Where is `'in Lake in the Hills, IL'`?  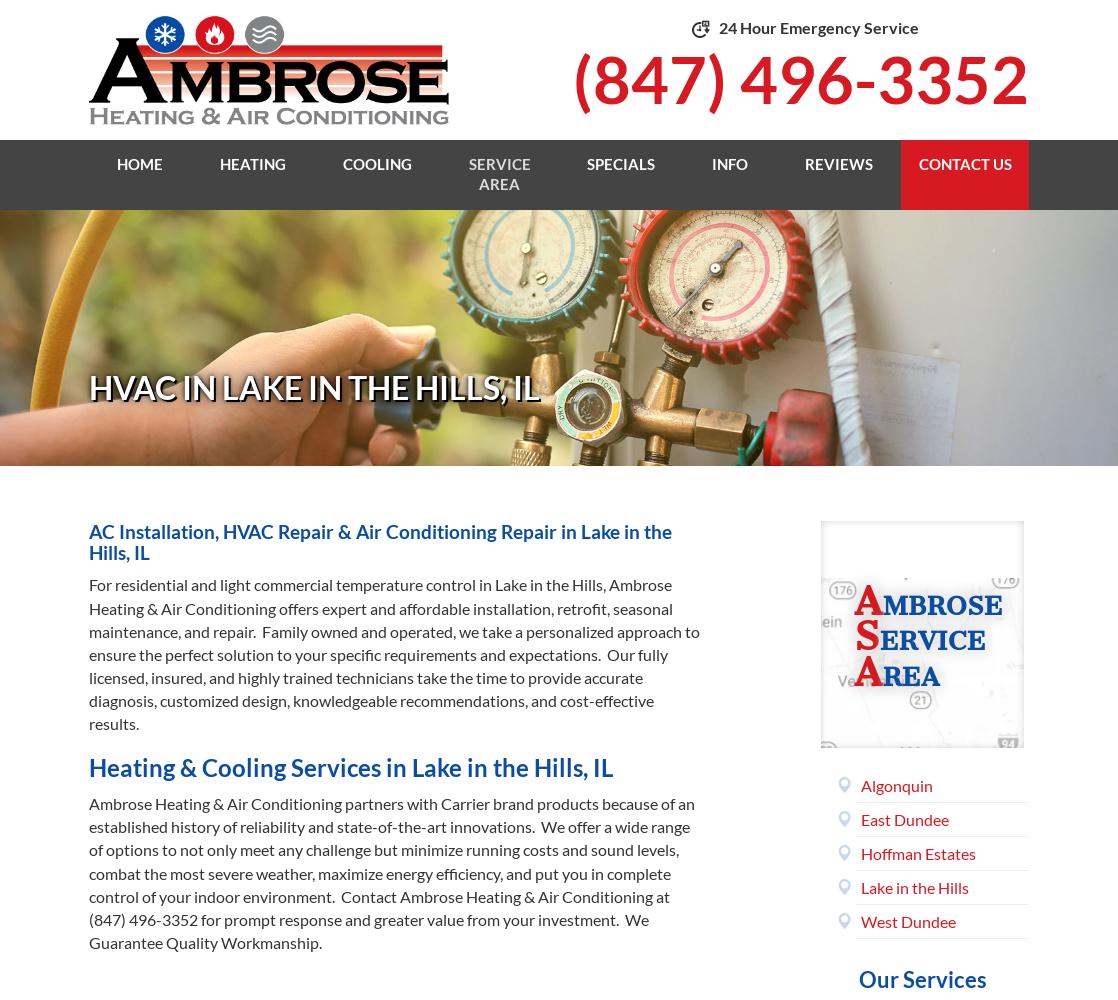
'in Lake in the Hills, IL' is located at coordinates (379, 541).